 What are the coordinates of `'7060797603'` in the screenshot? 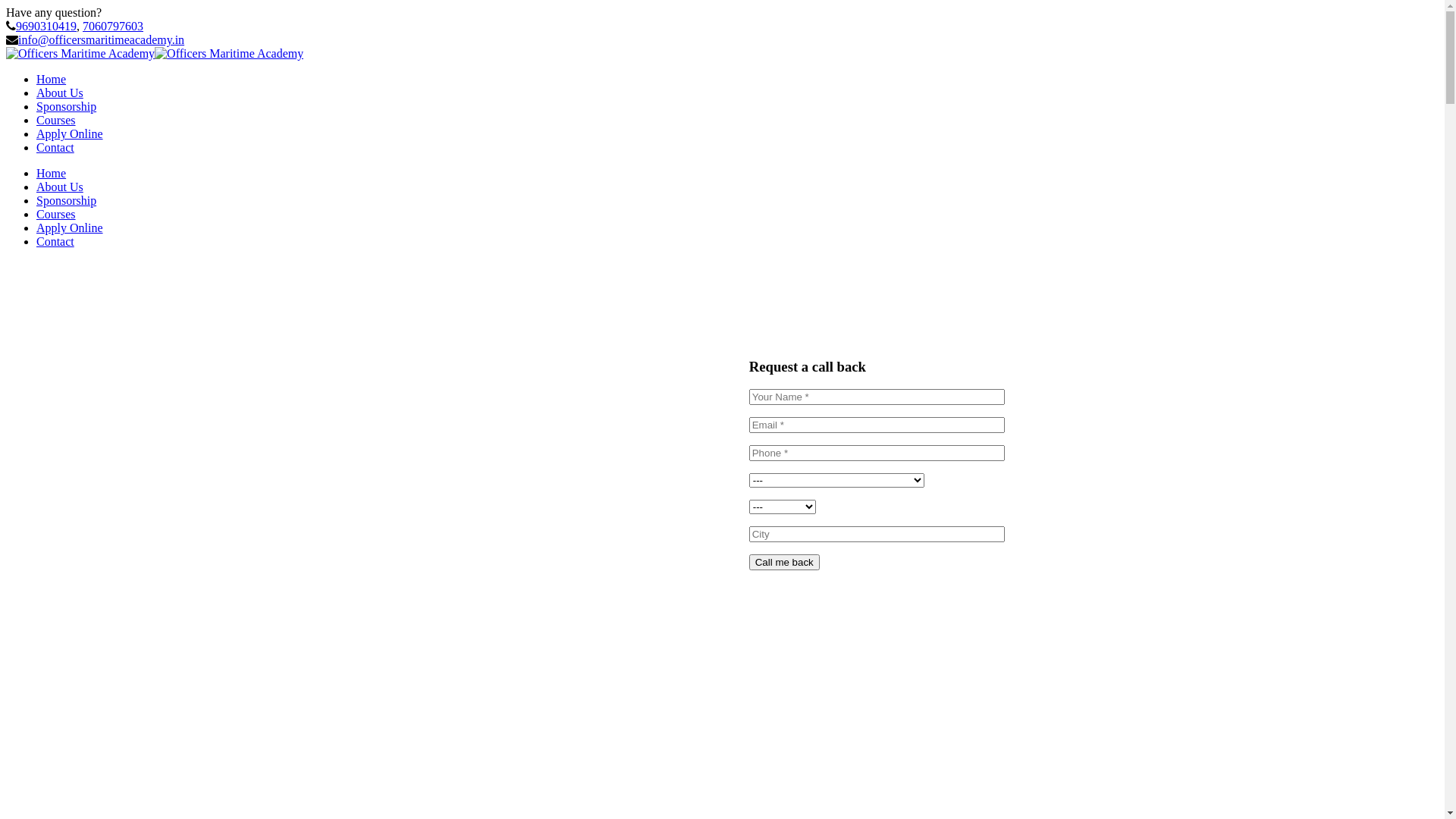 It's located at (111, 26).